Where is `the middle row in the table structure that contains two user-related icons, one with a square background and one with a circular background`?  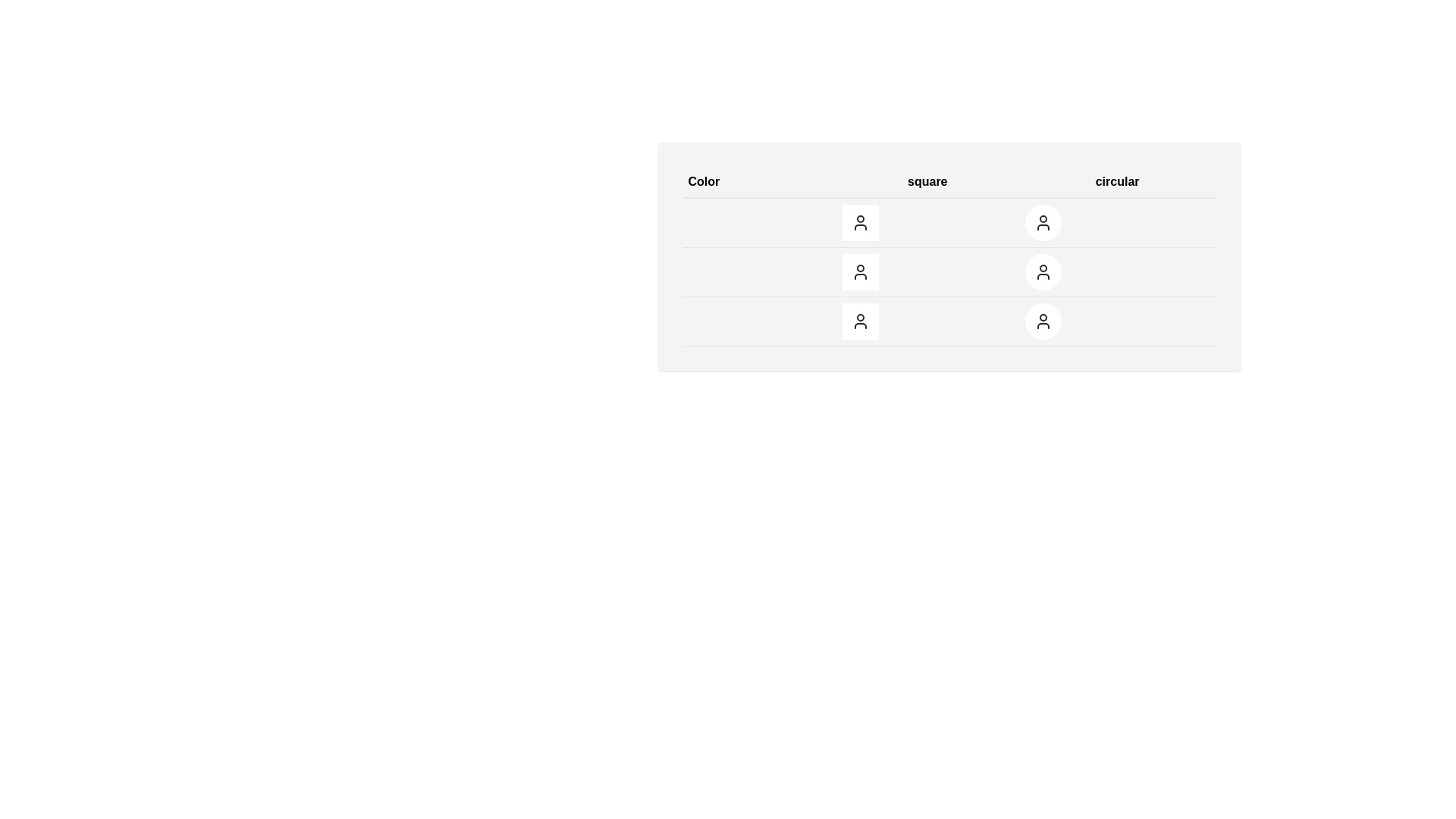
the middle row in the table structure that contains two user-related icons, one with a square background and one with a circular background is located at coordinates (948, 271).